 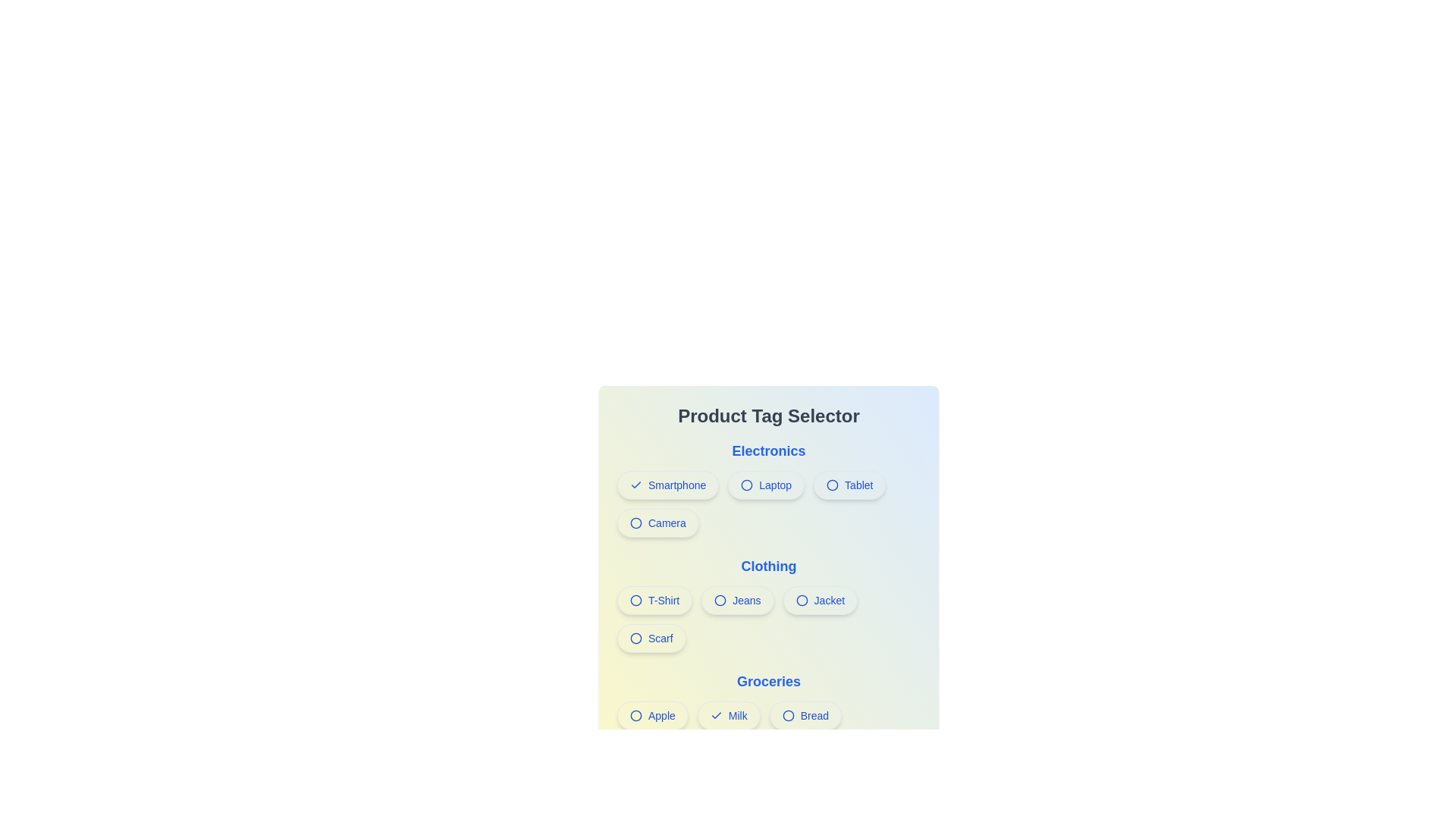 What do you see at coordinates (788, 716) in the screenshot?
I see `the circular outline icon representing 'Bread' for any visual state changes` at bounding box center [788, 716].